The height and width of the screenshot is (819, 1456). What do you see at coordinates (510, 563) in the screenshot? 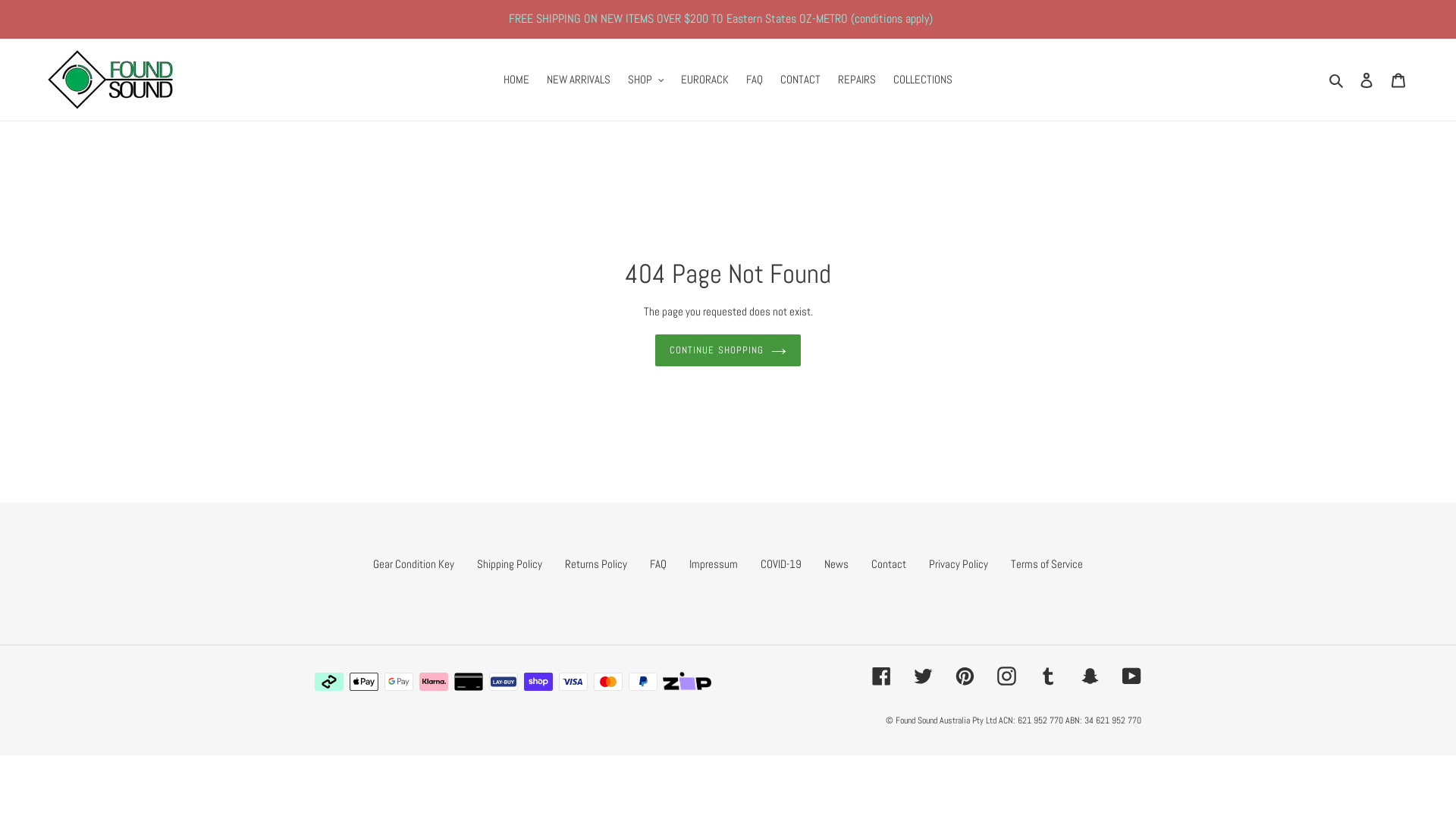
I see `'Shipping Policy'` at bounding box center [510, 563].